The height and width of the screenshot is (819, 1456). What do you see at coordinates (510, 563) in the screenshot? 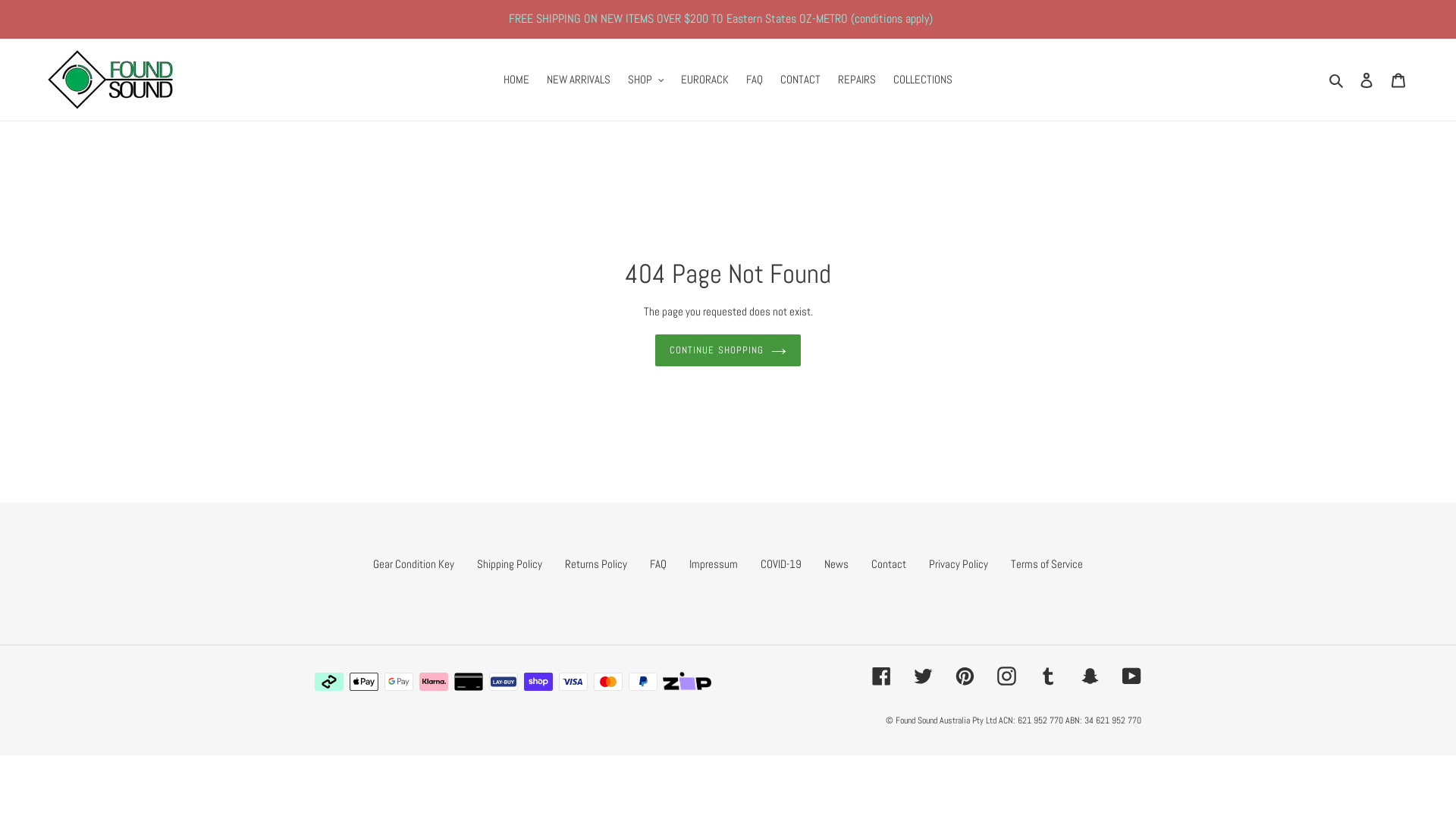
I see `'Shipping Policy'` at bounding box center [510, 563].